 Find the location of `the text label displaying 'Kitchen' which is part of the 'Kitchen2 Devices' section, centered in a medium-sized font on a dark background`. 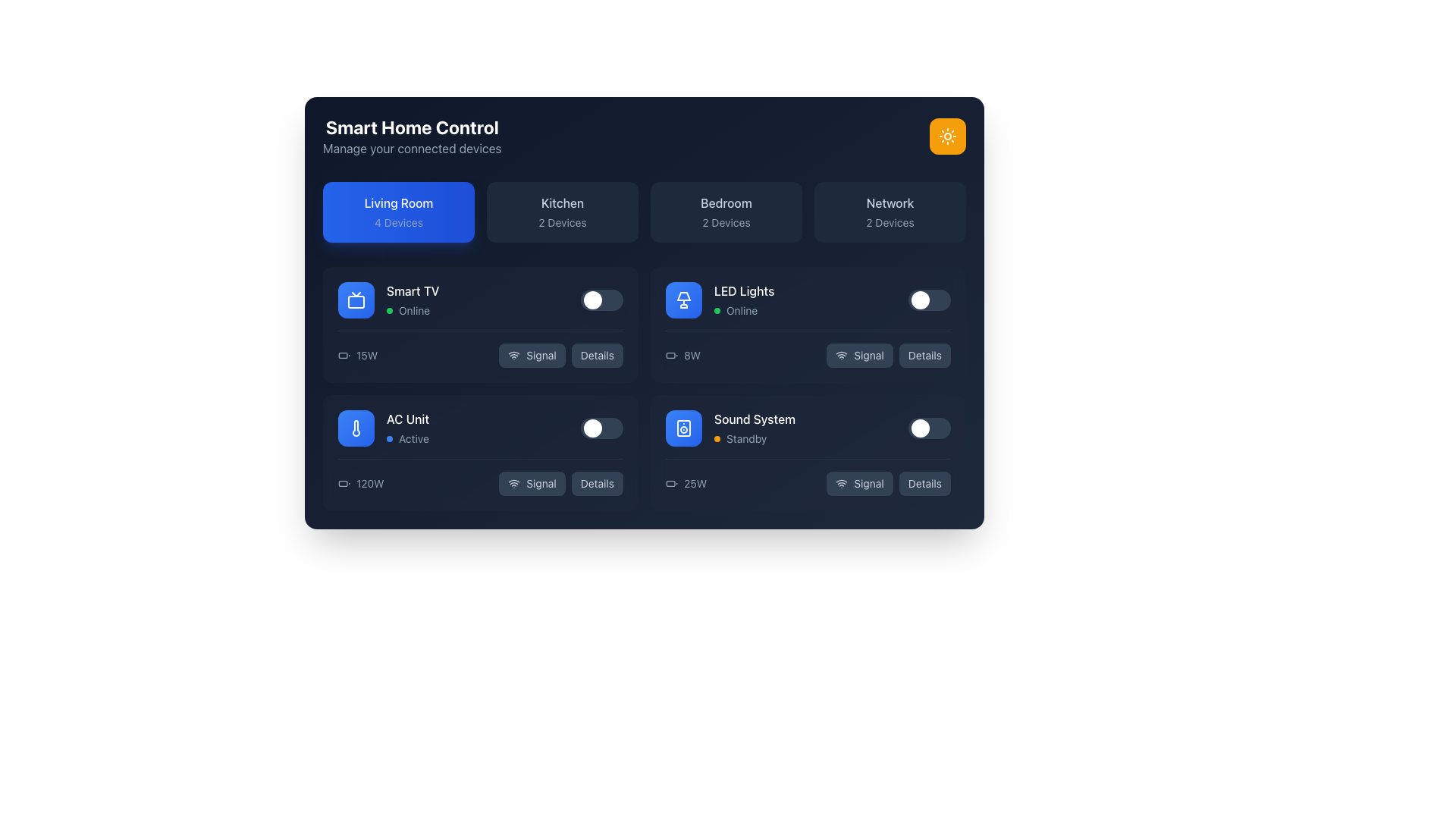

the text label displaying 'Kitchen' which is part of the 'Kitchen2 Devices' section, centered in a medium-sized font on a dark background is located at coordinates (562, 202).